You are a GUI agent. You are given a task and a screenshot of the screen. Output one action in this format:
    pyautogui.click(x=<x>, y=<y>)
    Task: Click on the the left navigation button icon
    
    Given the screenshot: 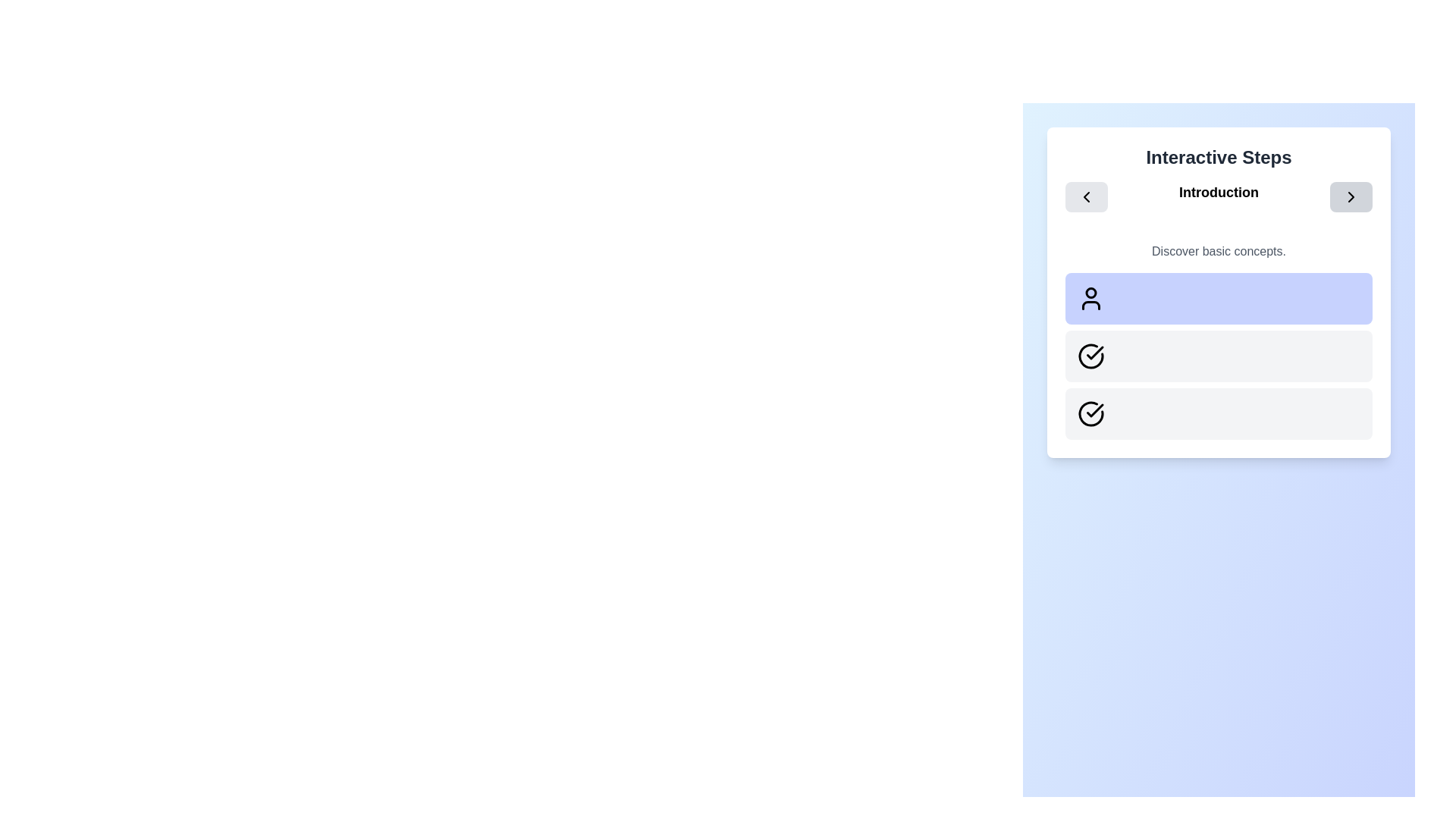 What is the action you would take?
    pyautogui.click(x=1086, y=196)
    